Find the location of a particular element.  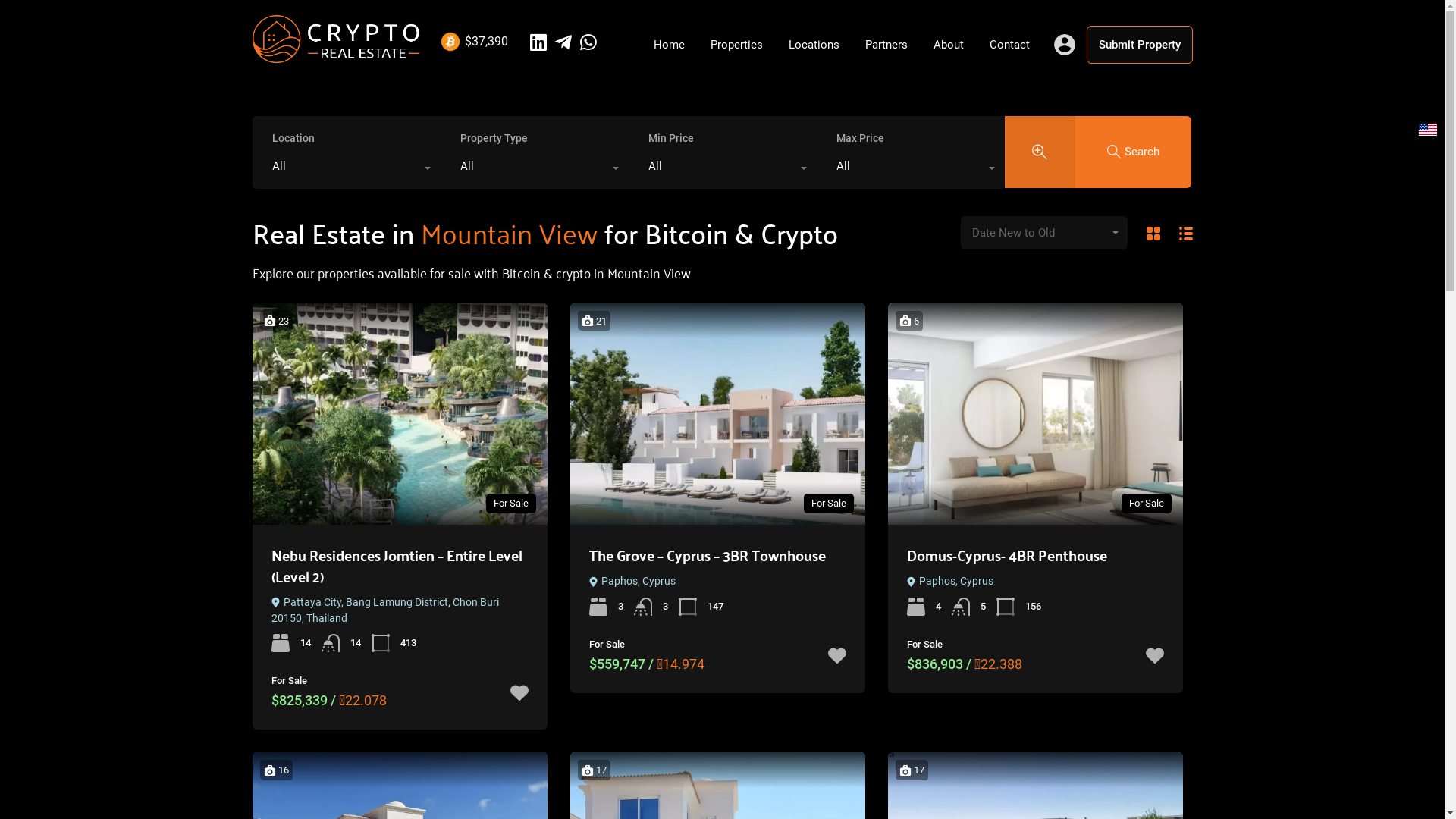

'Locations' is located at coordinates (812, 43).